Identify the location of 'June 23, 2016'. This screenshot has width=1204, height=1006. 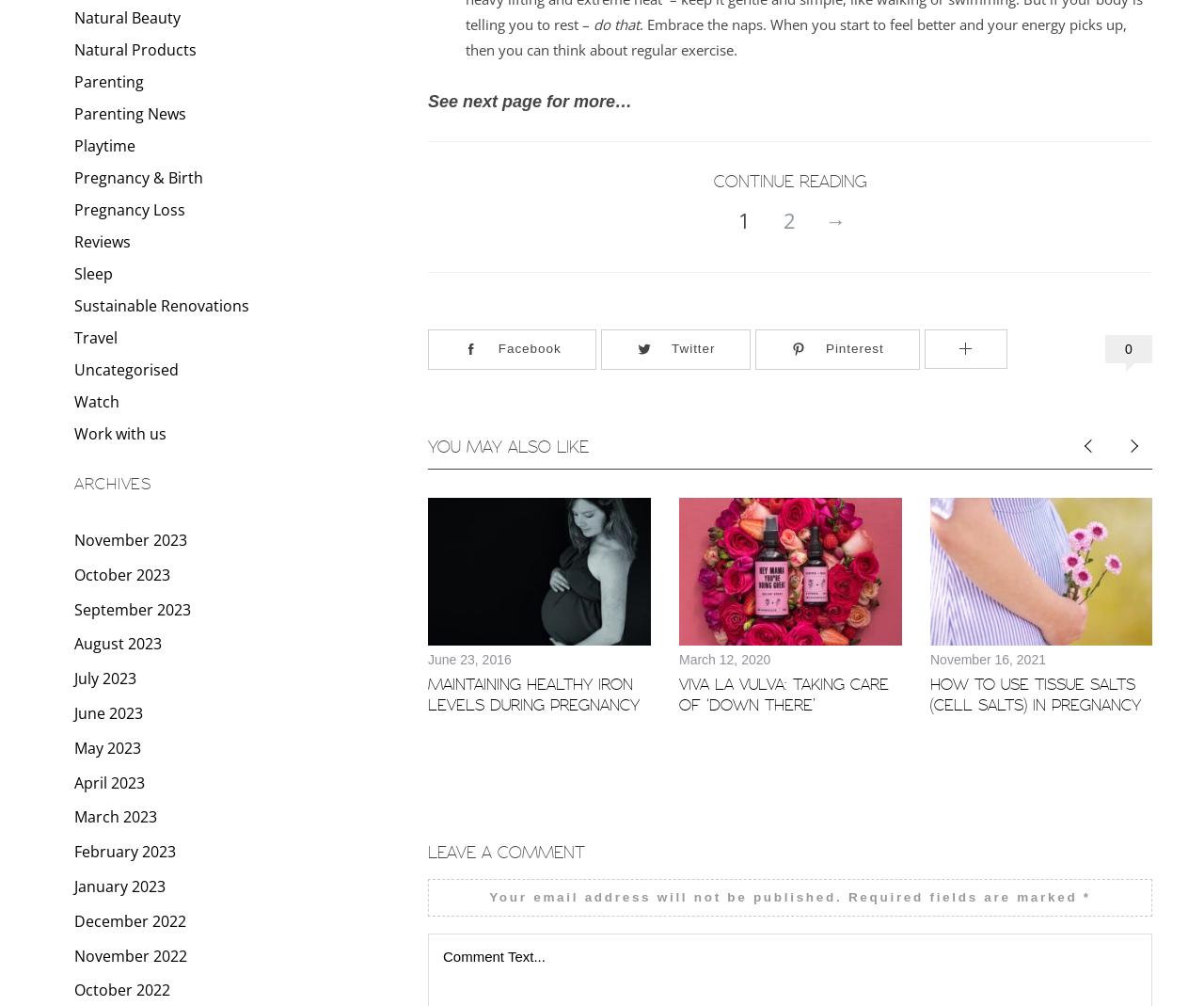
(468, 657).